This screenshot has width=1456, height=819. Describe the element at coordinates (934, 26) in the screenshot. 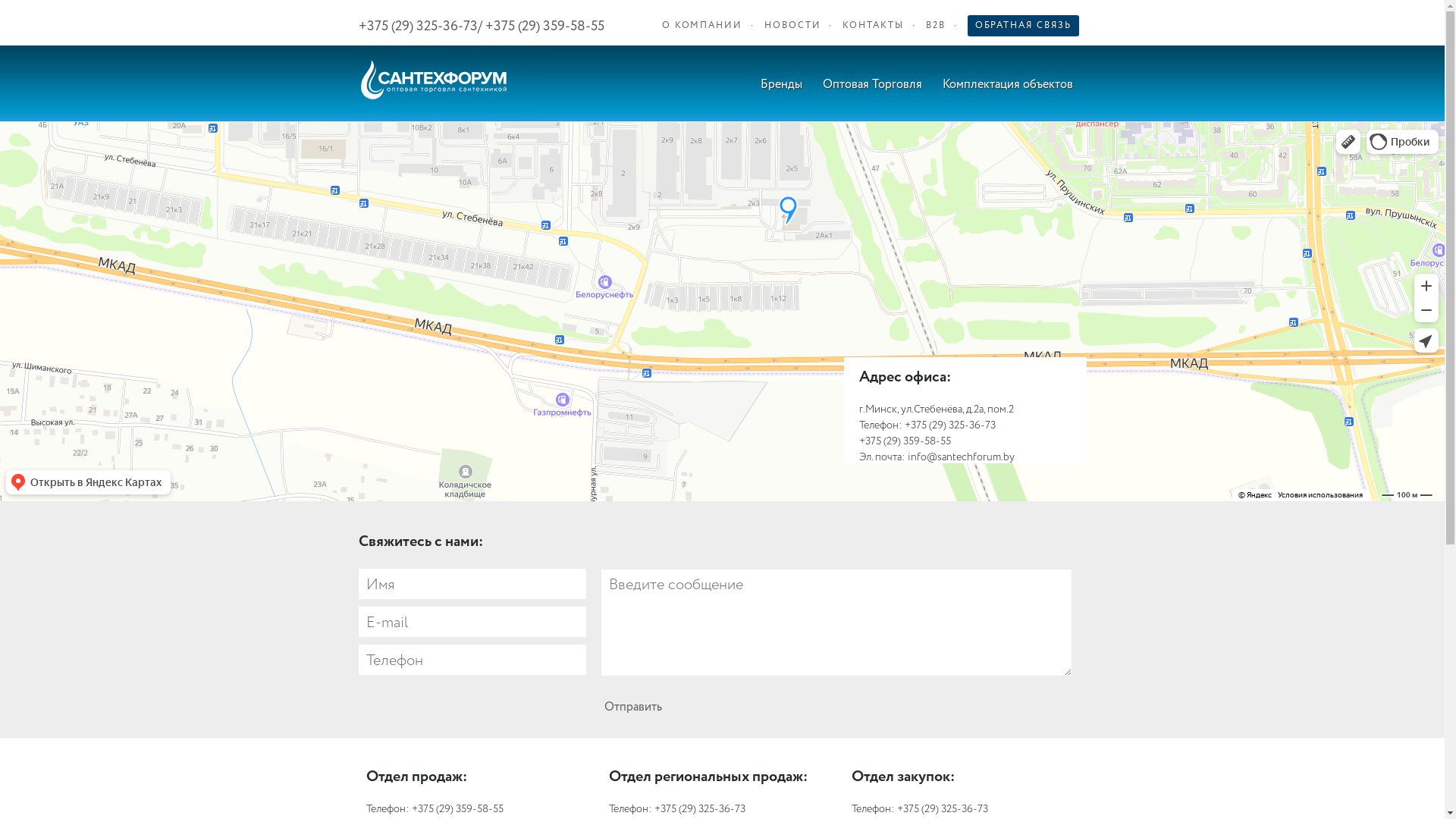

I see `'B2B'` at that location.